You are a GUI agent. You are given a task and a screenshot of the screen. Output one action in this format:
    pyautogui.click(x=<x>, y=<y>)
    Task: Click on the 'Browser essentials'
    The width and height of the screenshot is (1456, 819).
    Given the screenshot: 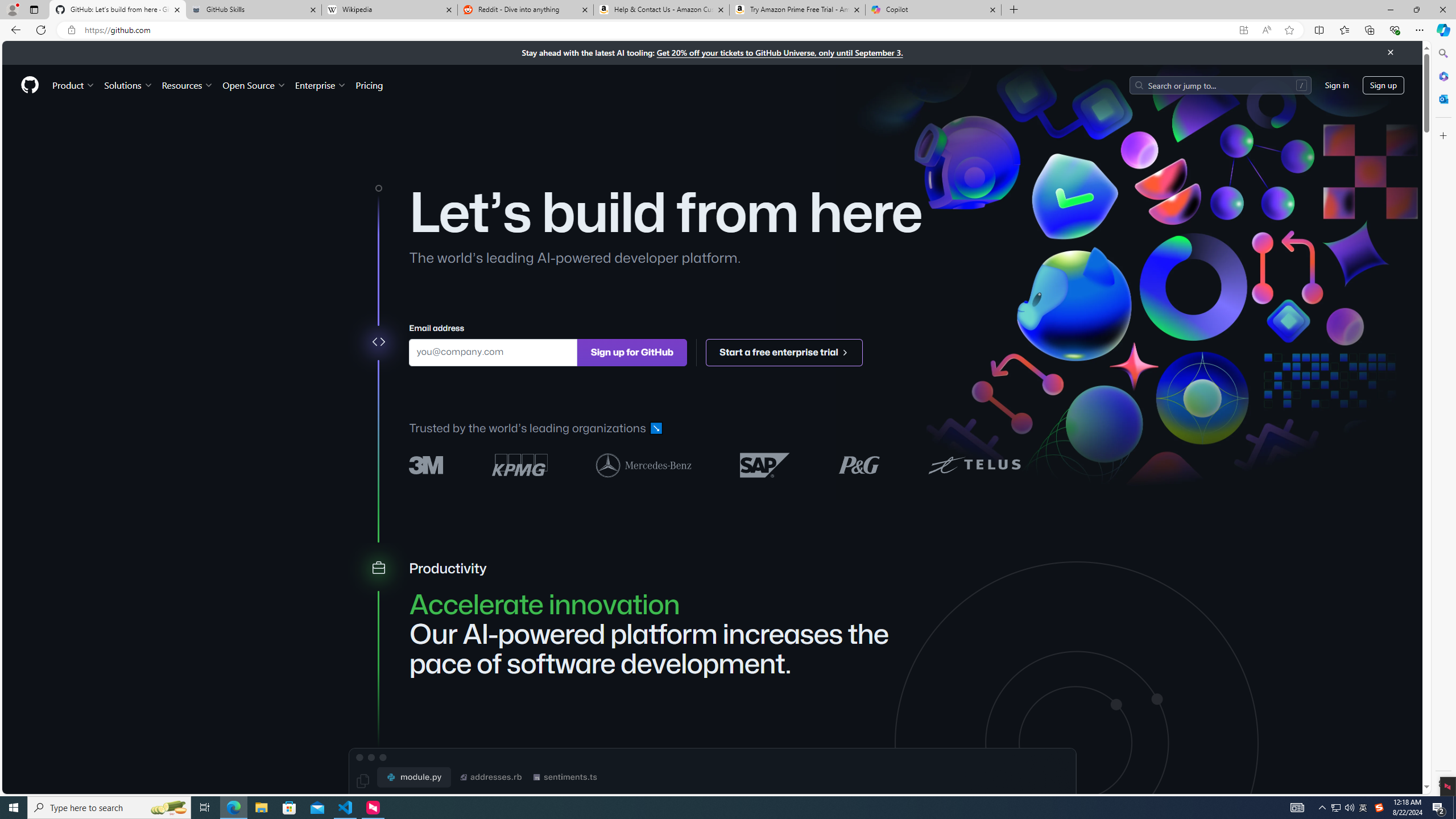 What is the action you would take?
    pyautogui.click(x=1394, y=29)
    